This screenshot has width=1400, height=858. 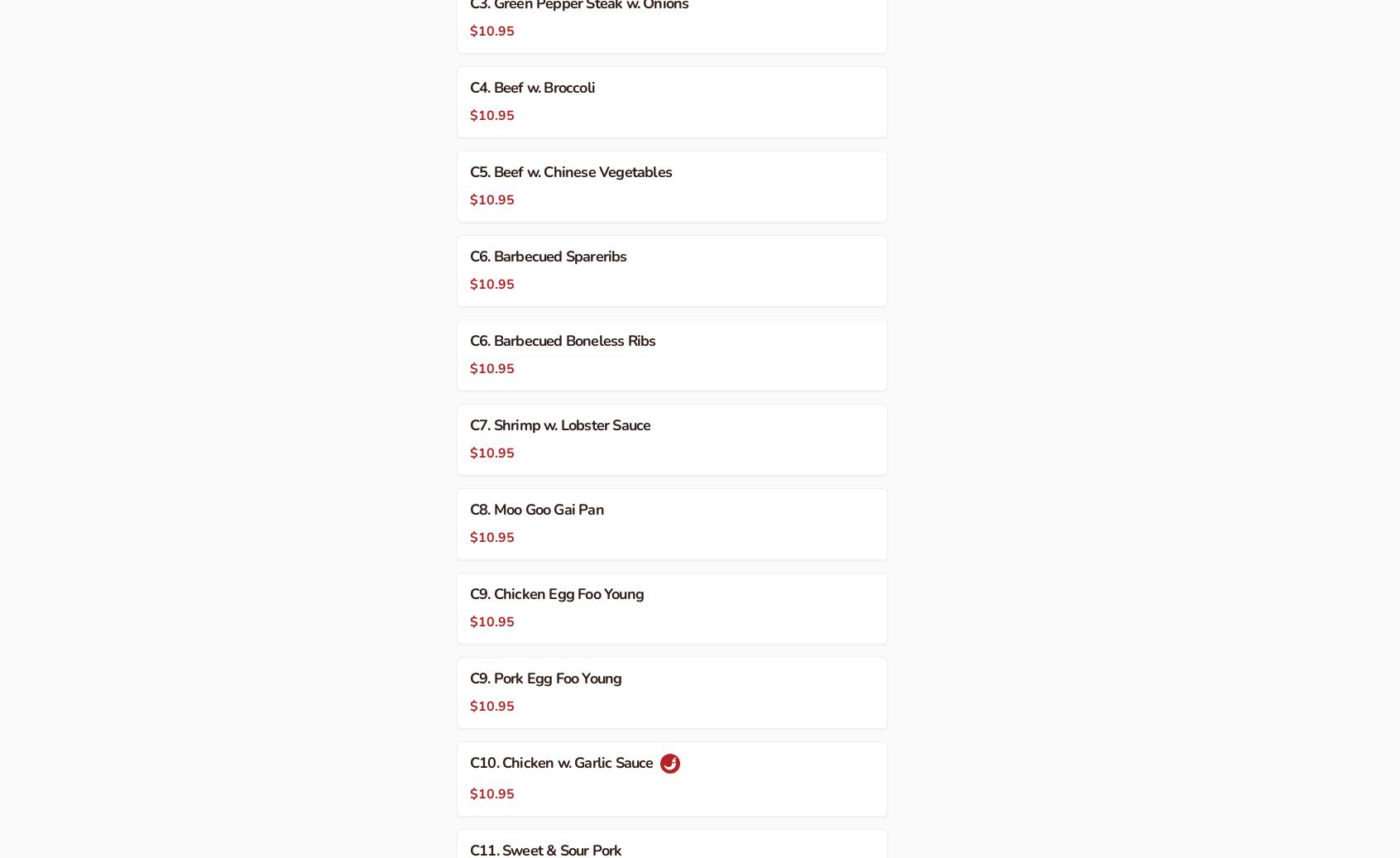 I want to click on 'C9. Pork Egg Foo Young', so click(x=545, y=678).